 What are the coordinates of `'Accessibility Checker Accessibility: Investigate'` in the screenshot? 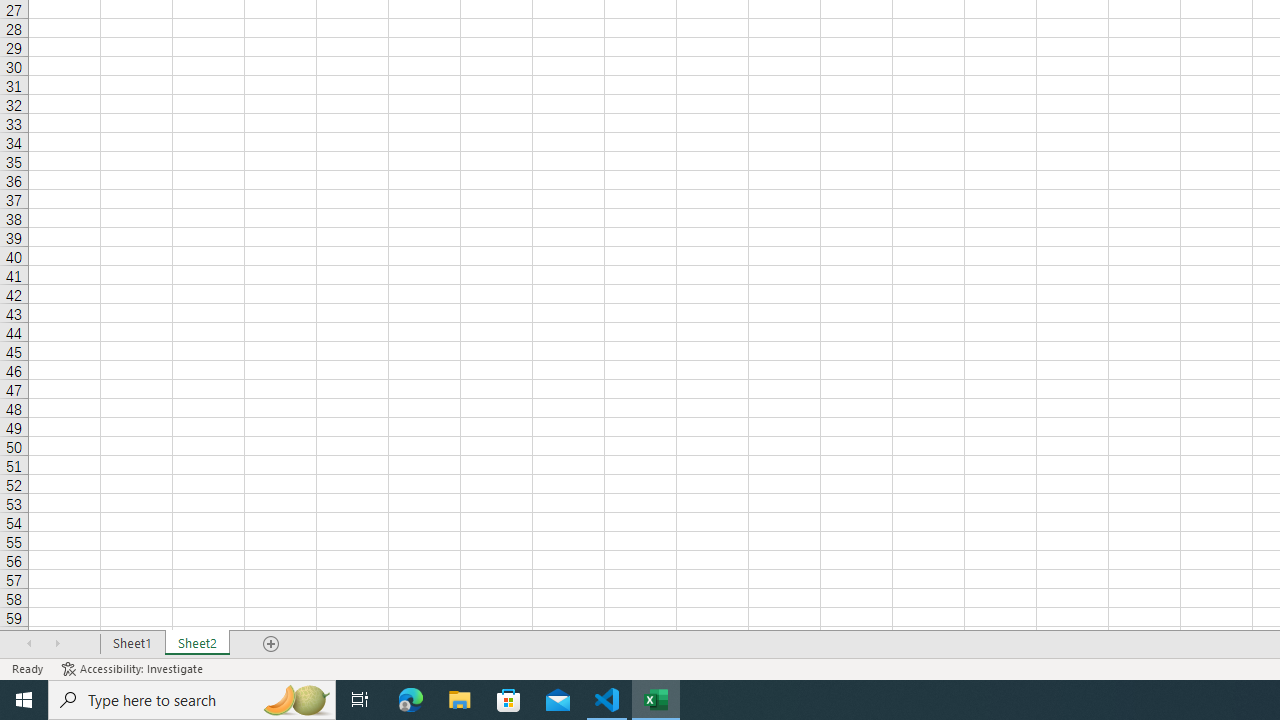 It's located at (133, 669).